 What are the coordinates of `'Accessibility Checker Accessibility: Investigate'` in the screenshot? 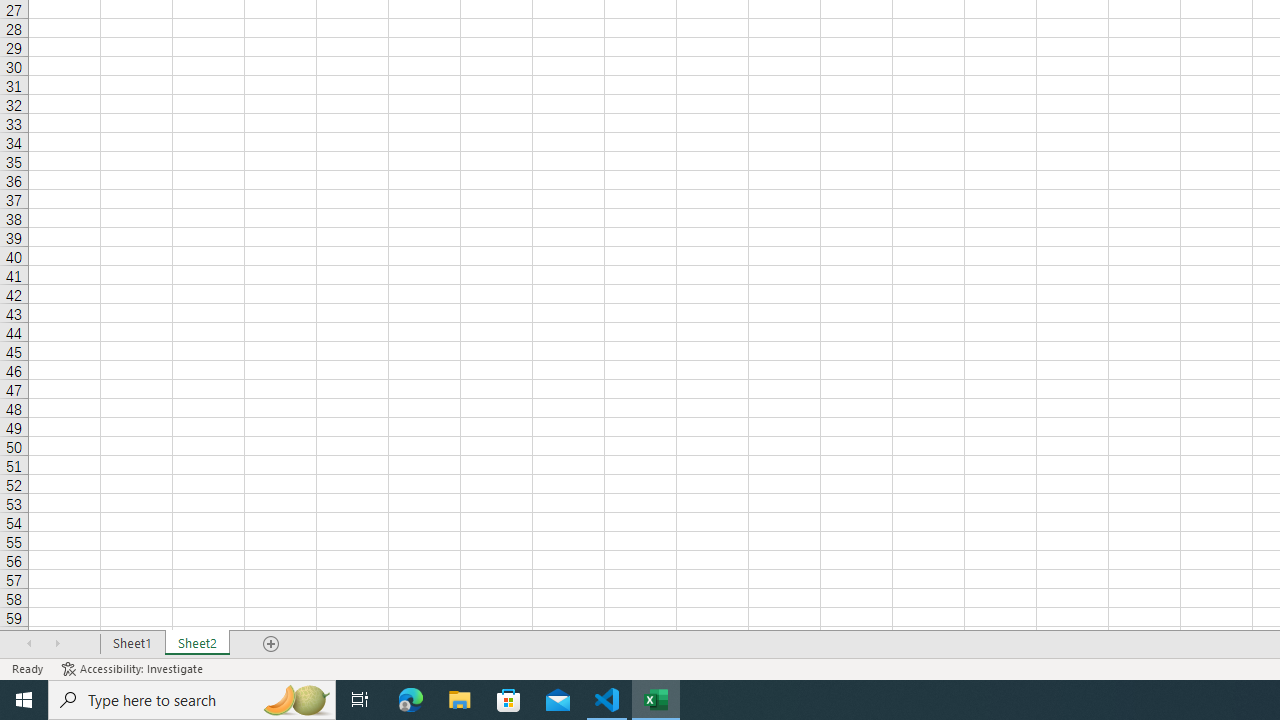 It's located at (133, 669).